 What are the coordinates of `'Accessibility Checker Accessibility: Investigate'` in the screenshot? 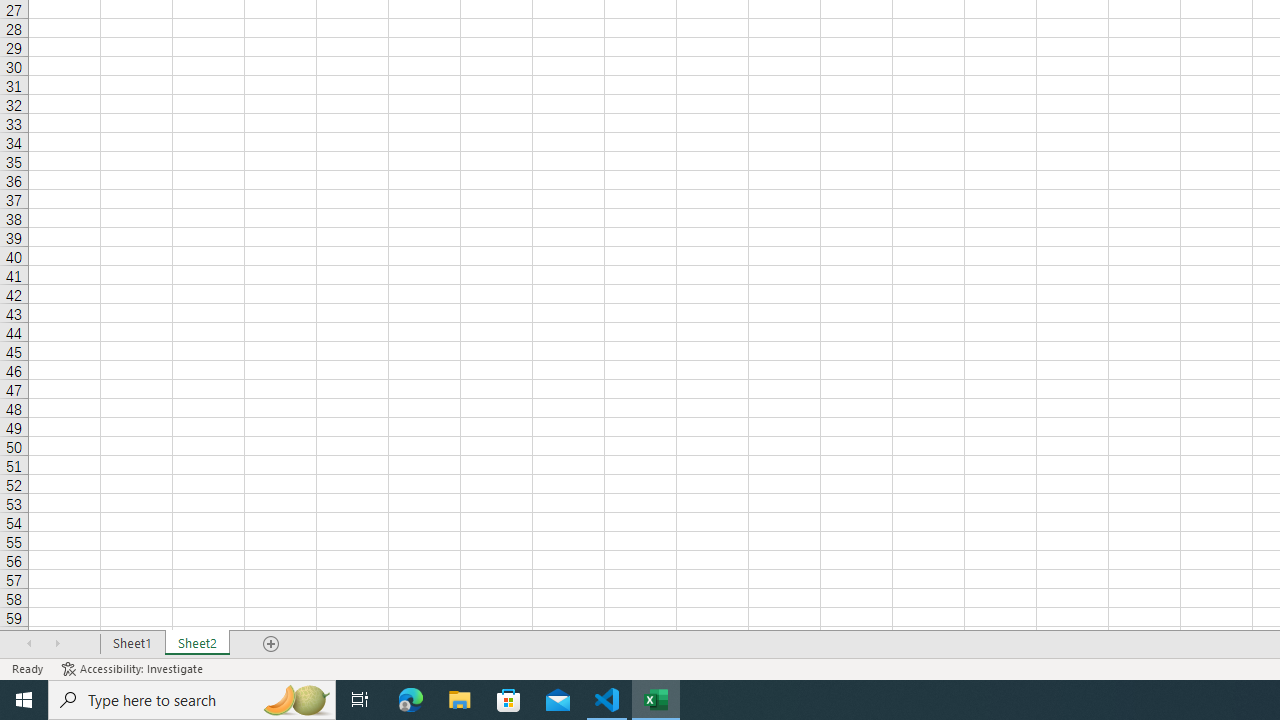 It's located at (133, 669).